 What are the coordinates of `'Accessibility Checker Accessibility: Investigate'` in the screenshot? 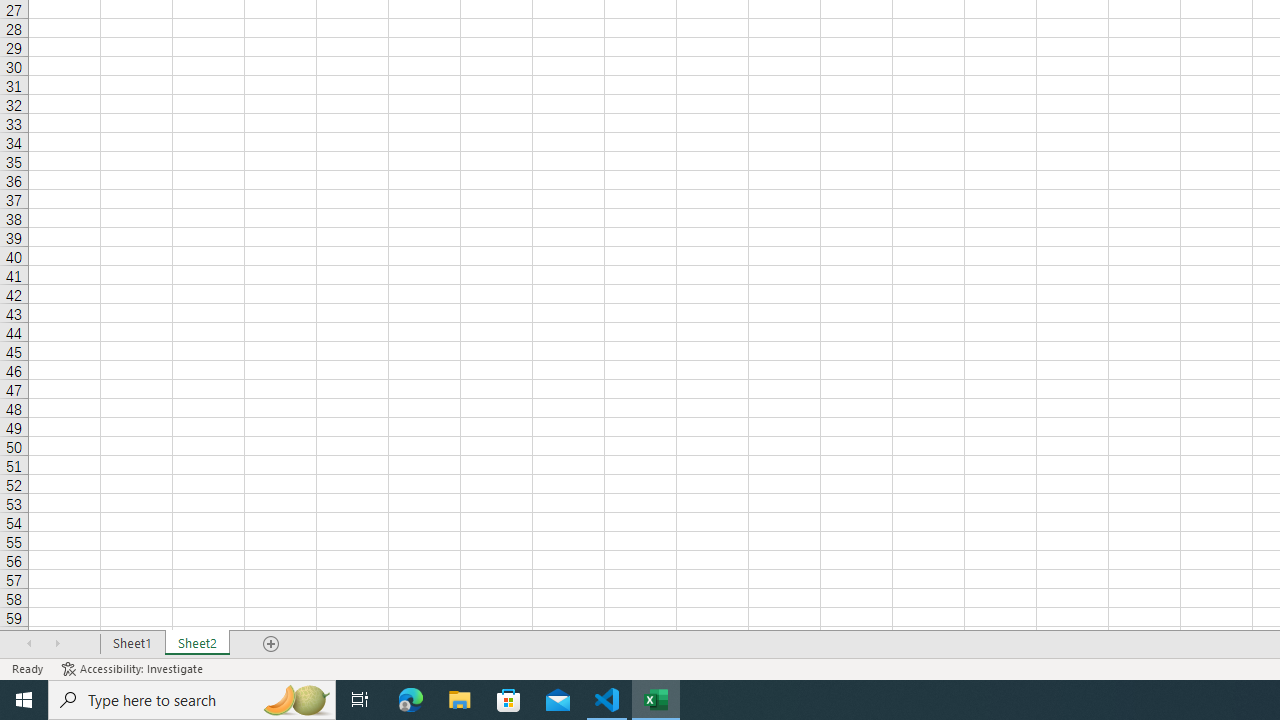 It's located at (133, 669).